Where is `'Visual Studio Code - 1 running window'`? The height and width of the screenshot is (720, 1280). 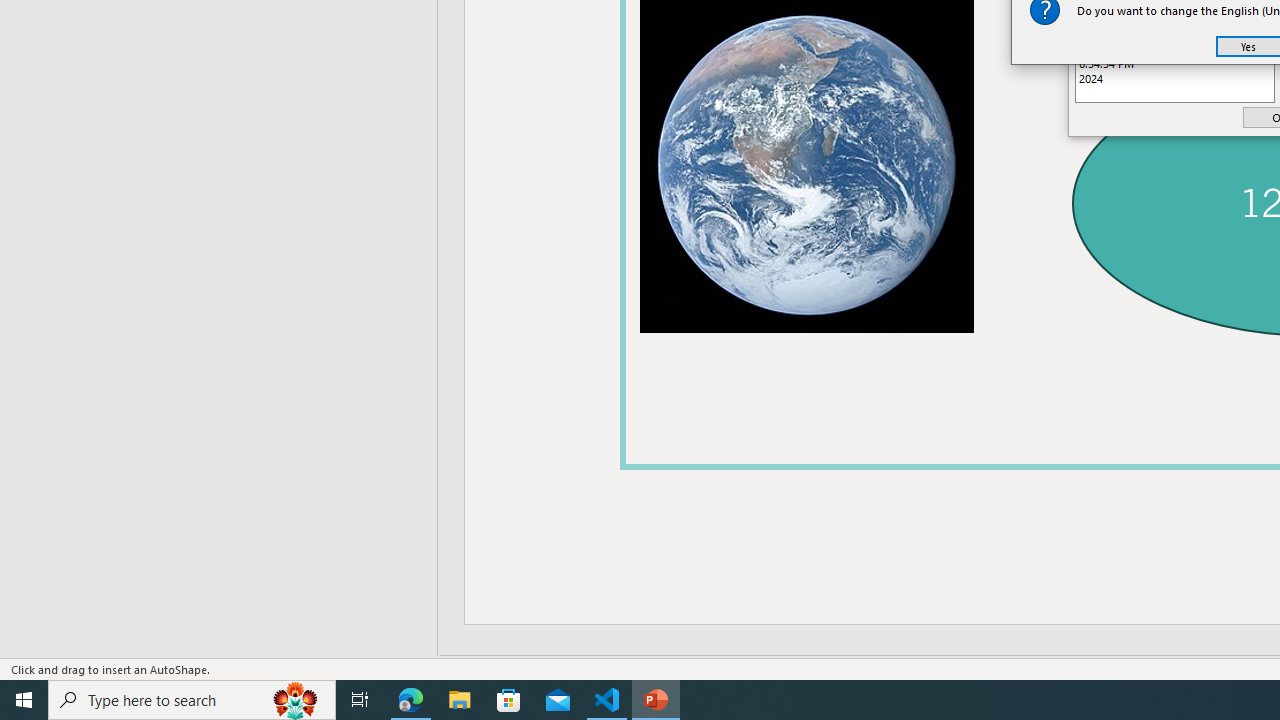 'Visual Studio Code - 1 running window' is located at coordinates (606, 698).